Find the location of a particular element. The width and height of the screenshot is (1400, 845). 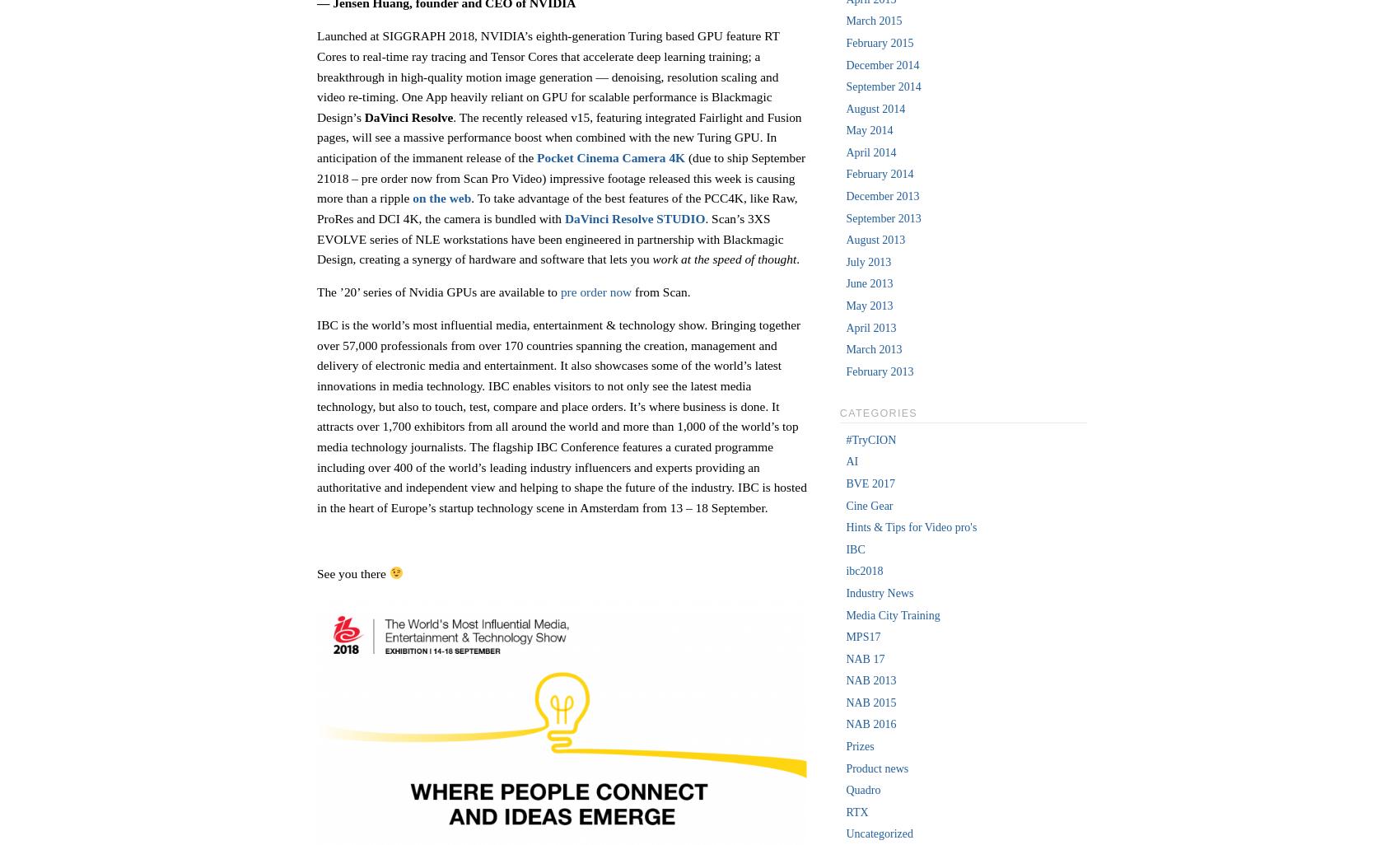

'Cine Gear' is located at coordinates (868, 504).